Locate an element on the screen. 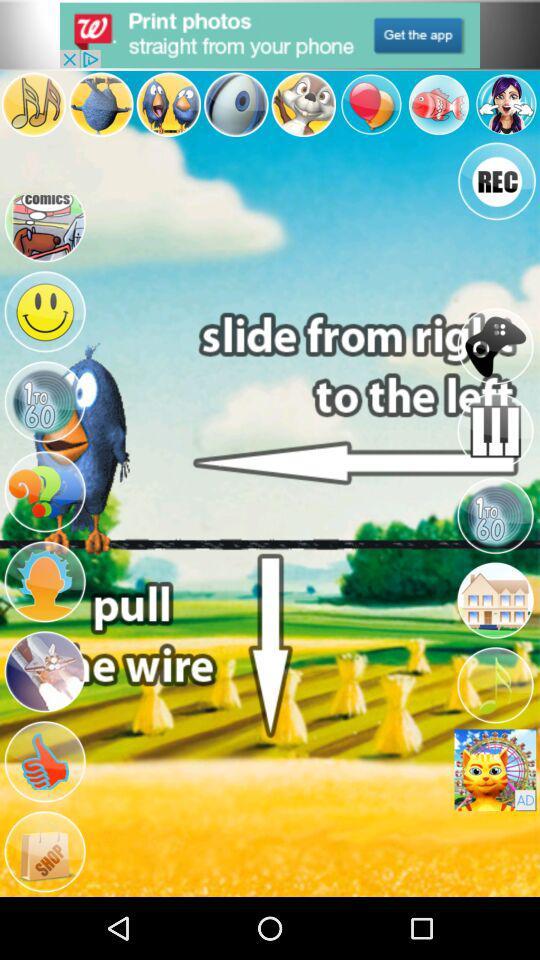  the icon below joystick icon is located at coordinates (494, 431).